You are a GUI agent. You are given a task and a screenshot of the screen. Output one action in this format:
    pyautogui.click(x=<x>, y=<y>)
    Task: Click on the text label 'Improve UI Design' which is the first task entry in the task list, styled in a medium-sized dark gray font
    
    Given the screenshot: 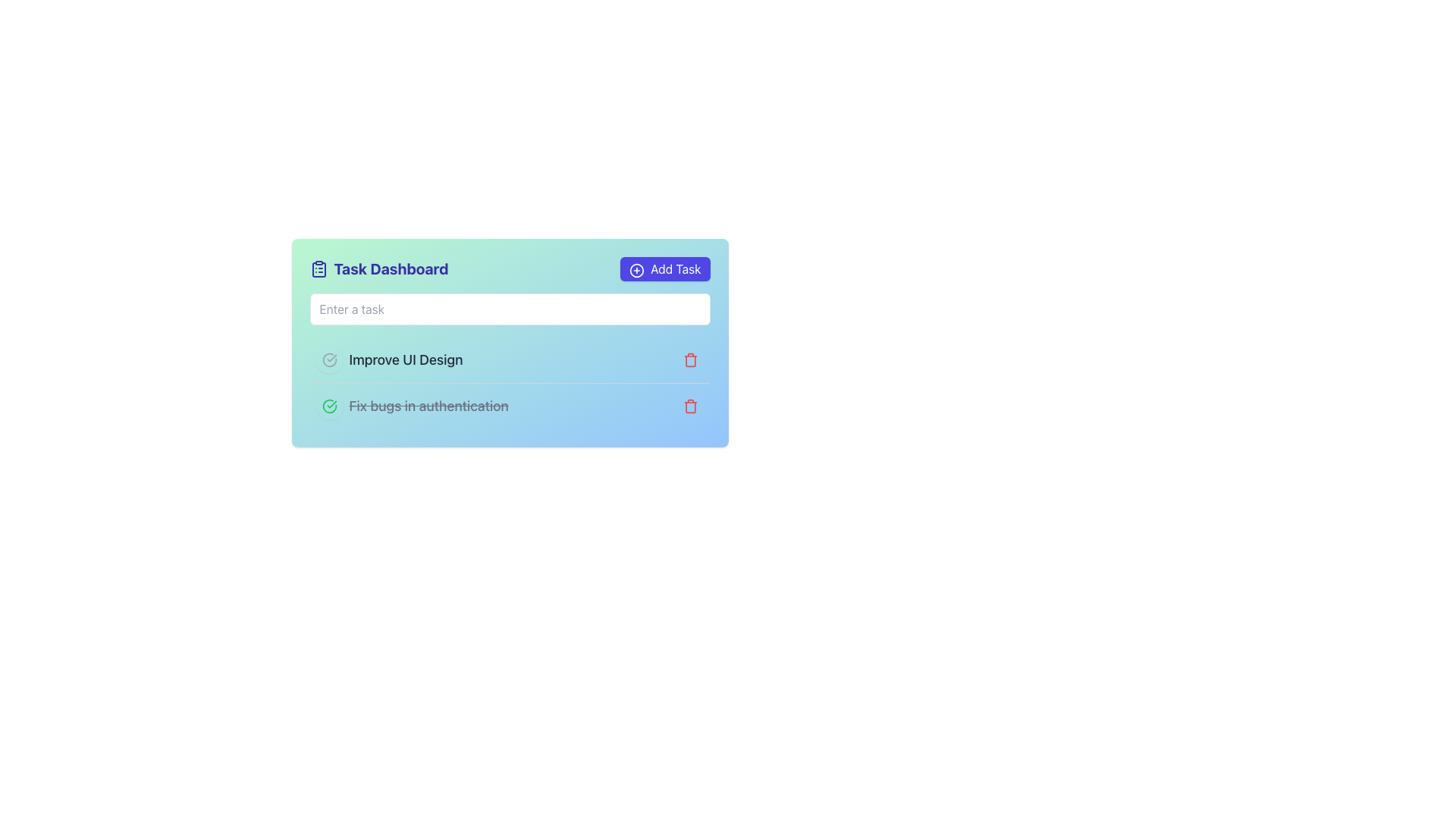 What is the action you would take?
    pyautogui.click(x=406, y=359)
    